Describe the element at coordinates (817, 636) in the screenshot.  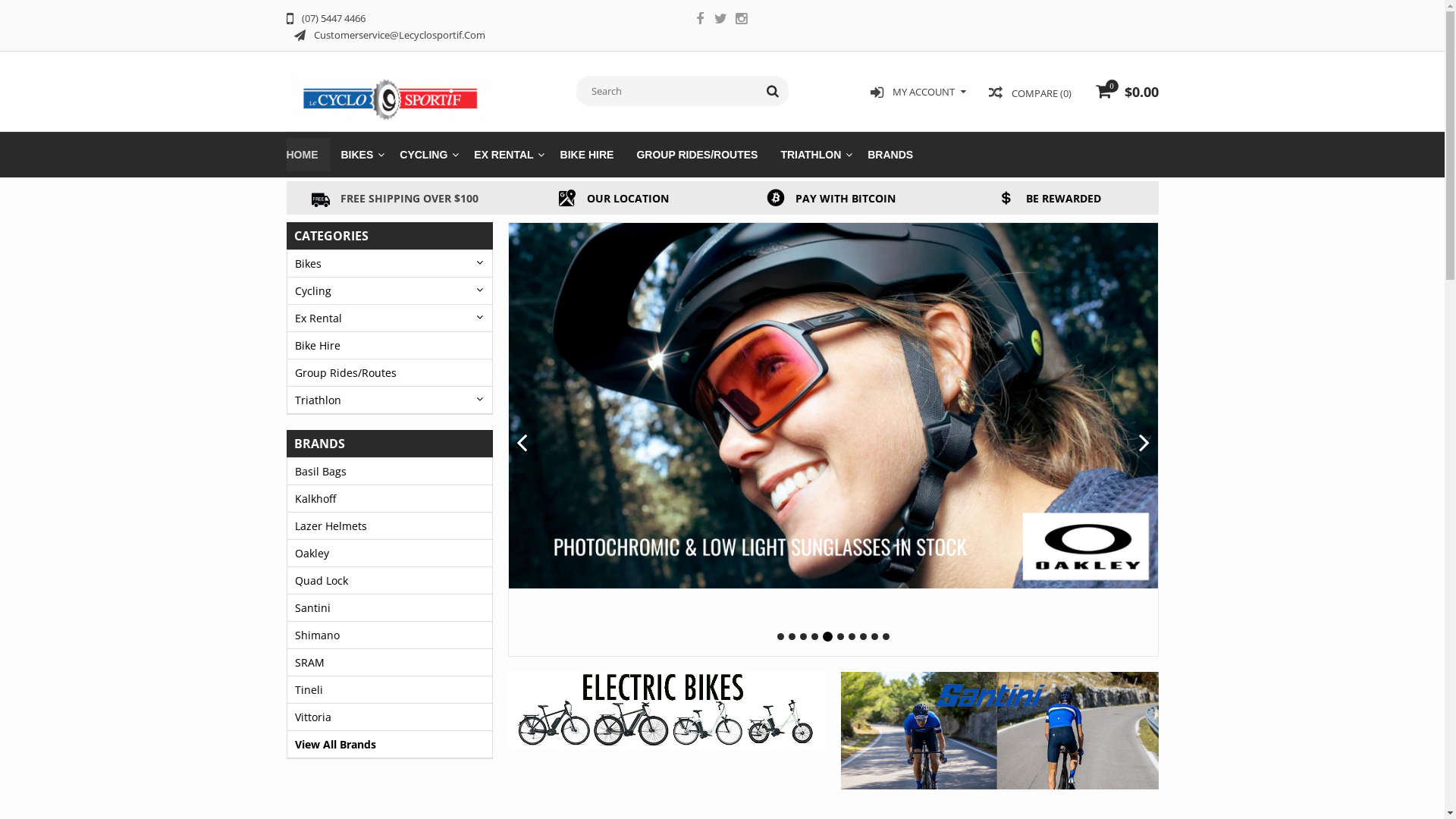
I see `'4'` at that location.